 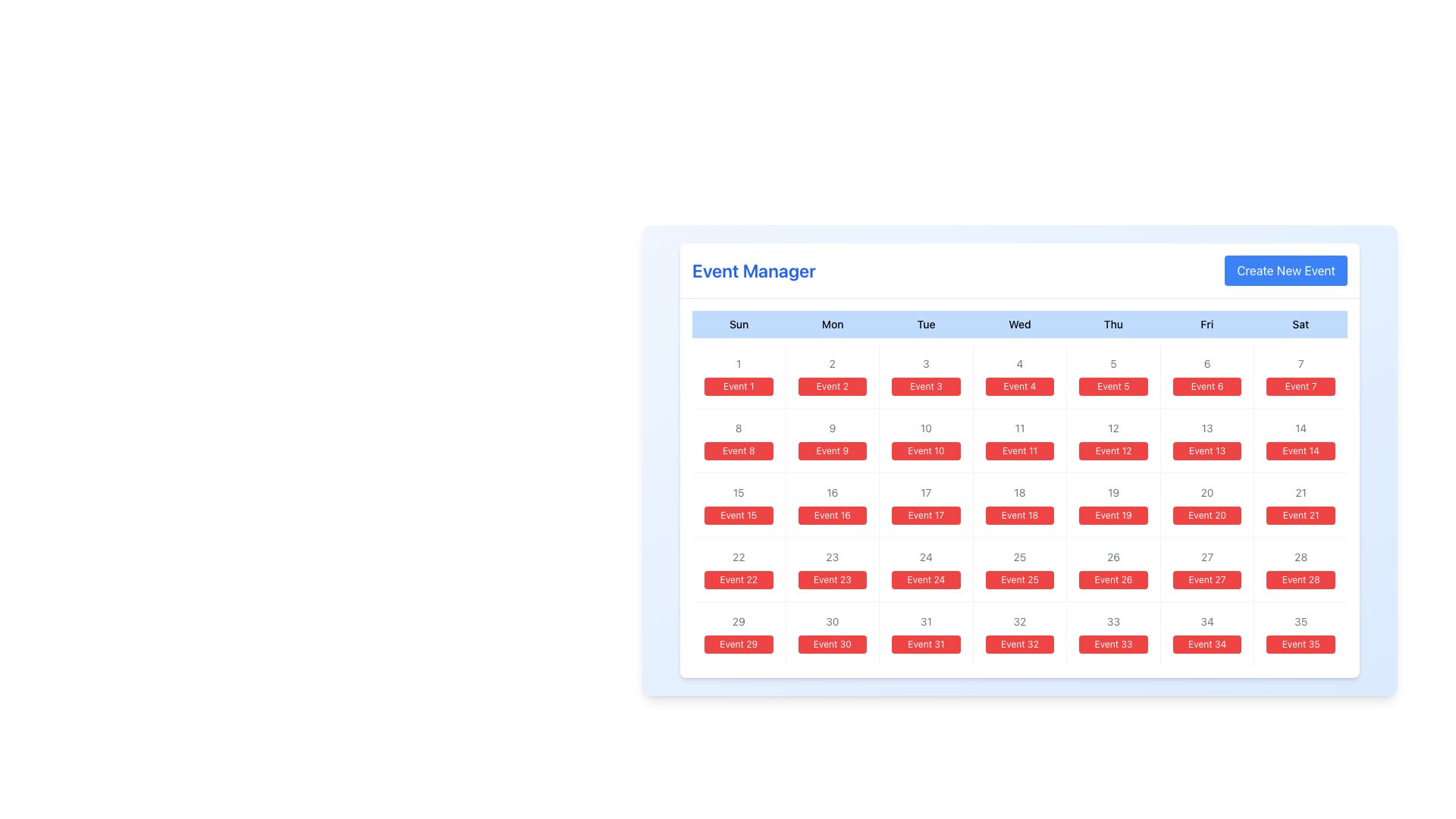 What do you see at coordinates (1300, 441) in the screenshot?
I see `the event indicator for 'Event 14' located in the second row, last column under the 'Sat' (Saturday) column heading` at bounding box center [1300, 441].